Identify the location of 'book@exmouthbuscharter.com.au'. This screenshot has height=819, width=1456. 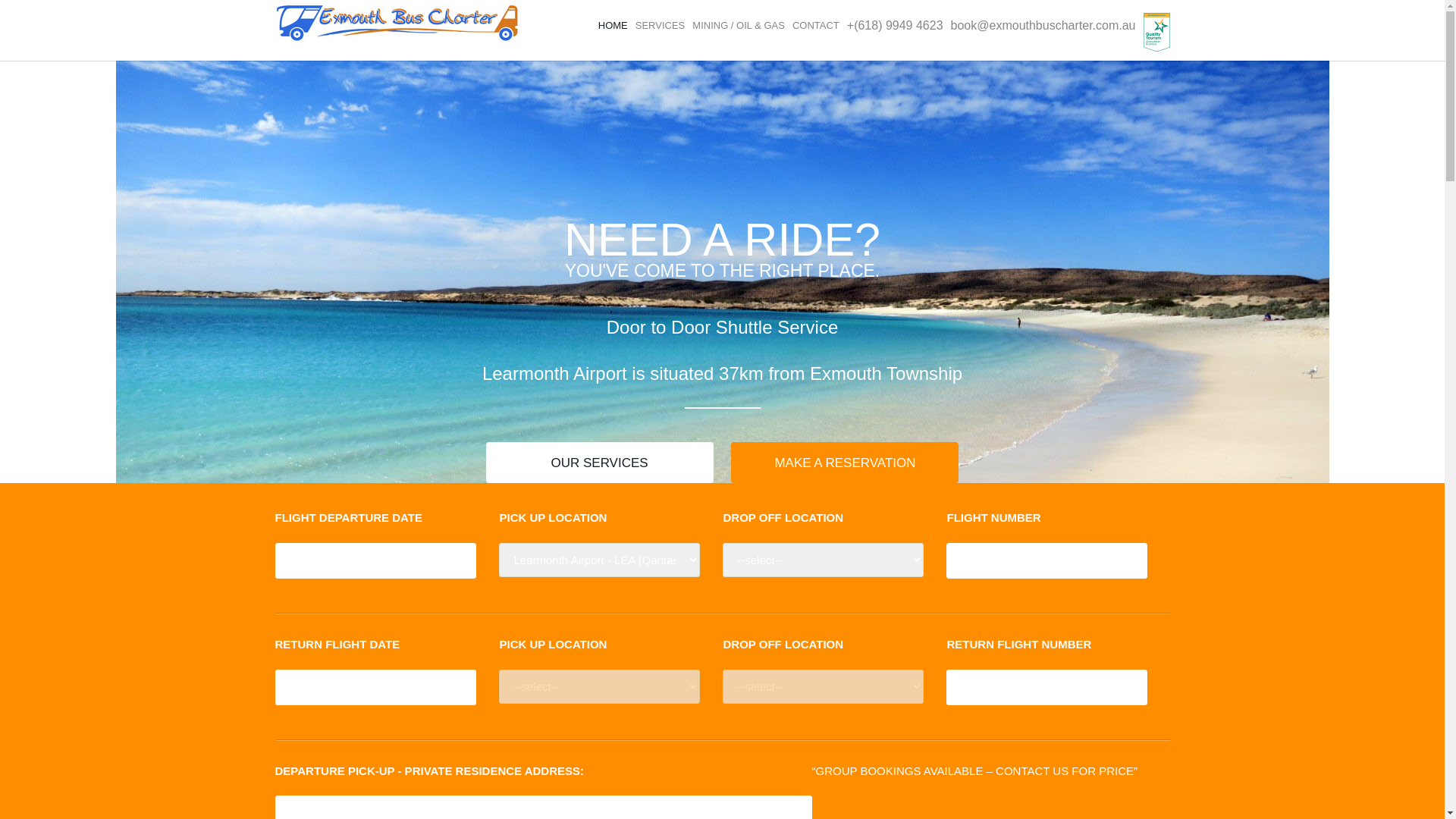
(1043, 25).